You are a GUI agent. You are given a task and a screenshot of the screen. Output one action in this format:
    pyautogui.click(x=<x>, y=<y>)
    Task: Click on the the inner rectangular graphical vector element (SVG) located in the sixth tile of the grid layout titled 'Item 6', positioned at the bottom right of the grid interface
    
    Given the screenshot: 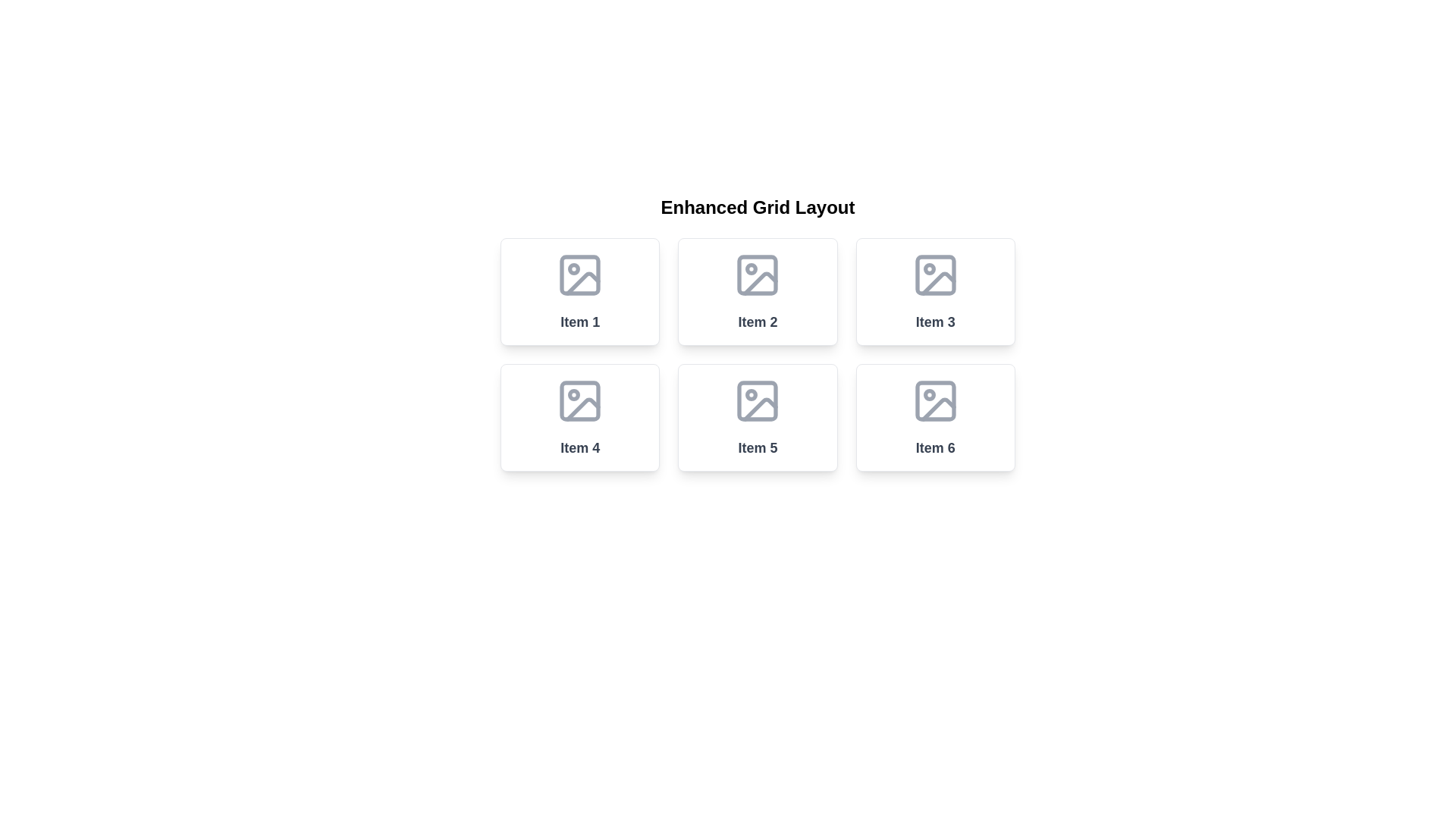 What is the action you would take?
    pyautogui.click(x=934, y=400)
    